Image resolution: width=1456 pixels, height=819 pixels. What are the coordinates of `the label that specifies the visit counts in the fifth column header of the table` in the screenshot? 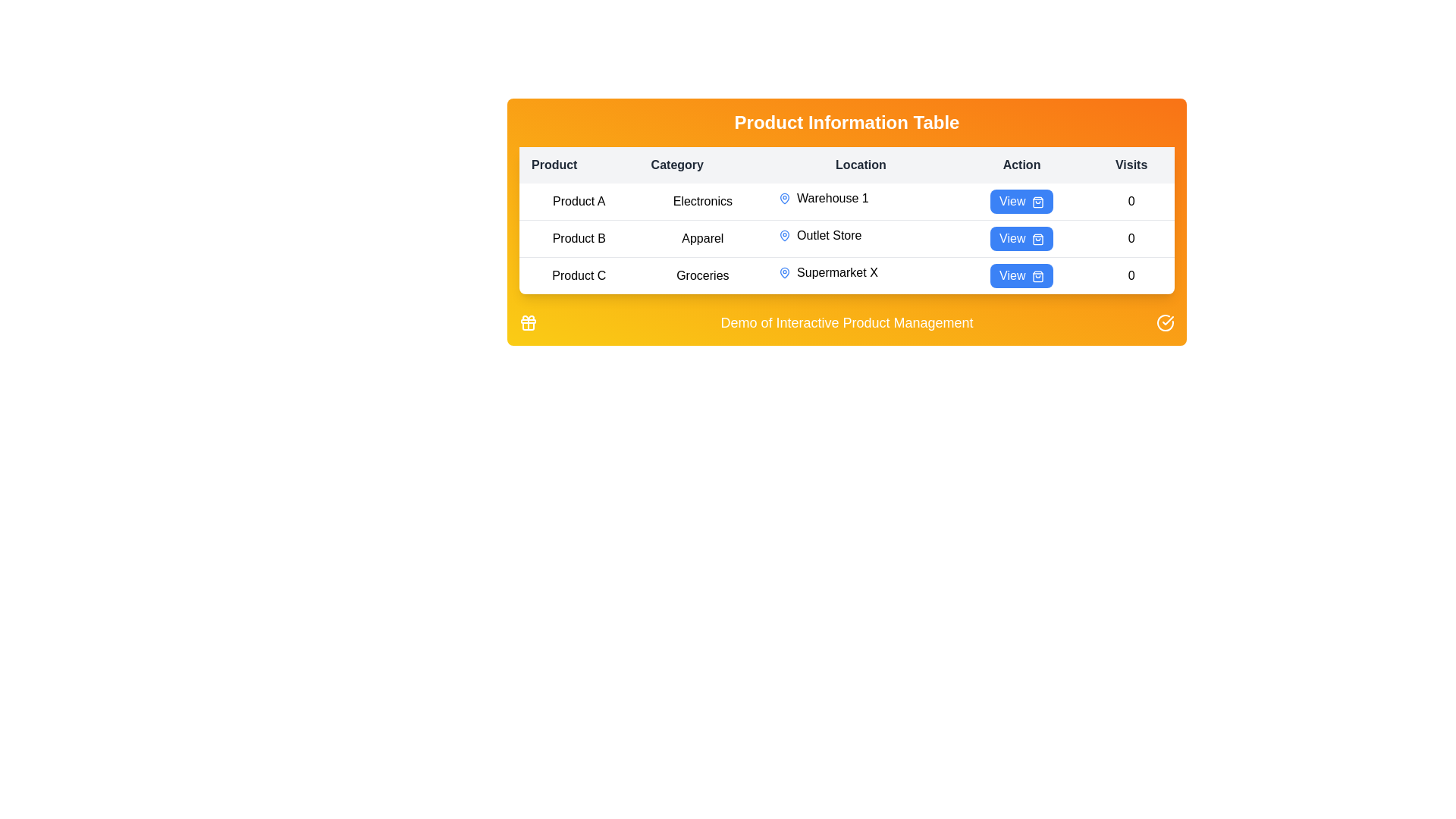 It's located at (1131, 165).